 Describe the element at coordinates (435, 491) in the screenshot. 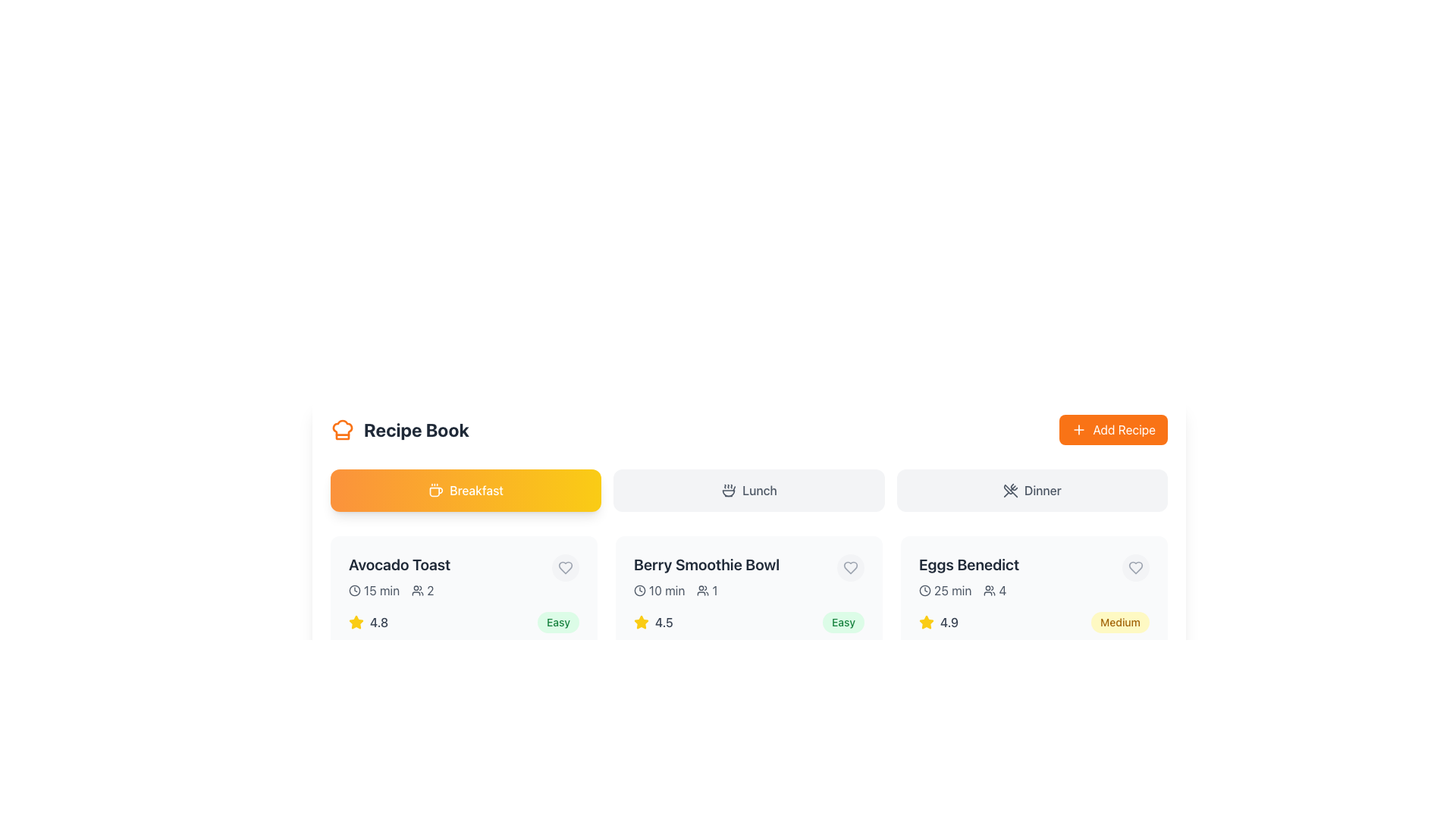

I see `the coffee cup icon located to the left of the 'Breakfast' text` at that location.